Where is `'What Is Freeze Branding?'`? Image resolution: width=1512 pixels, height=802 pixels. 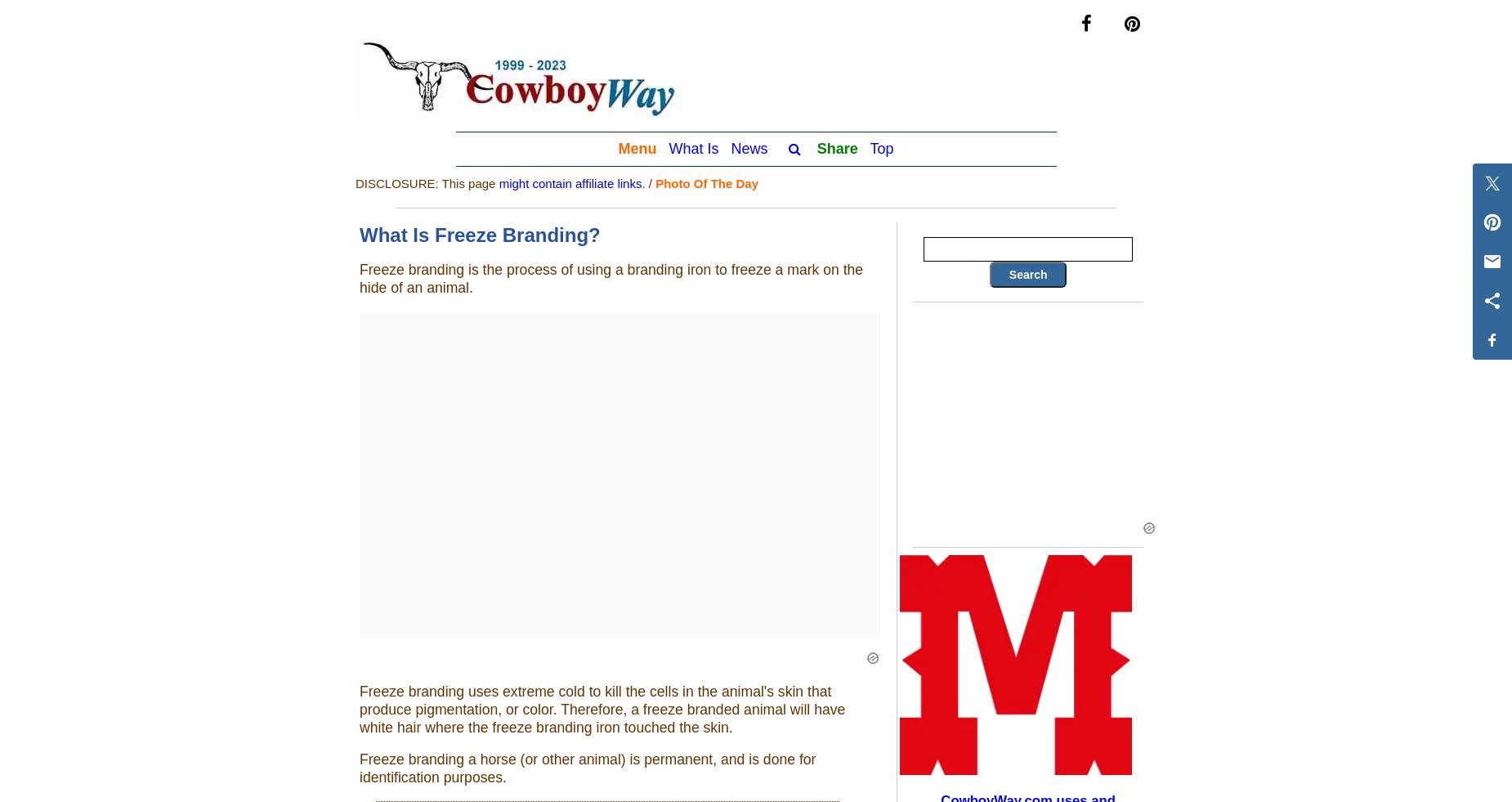
'What Is Freeze Branding?' is located at coordinates (480, 234).